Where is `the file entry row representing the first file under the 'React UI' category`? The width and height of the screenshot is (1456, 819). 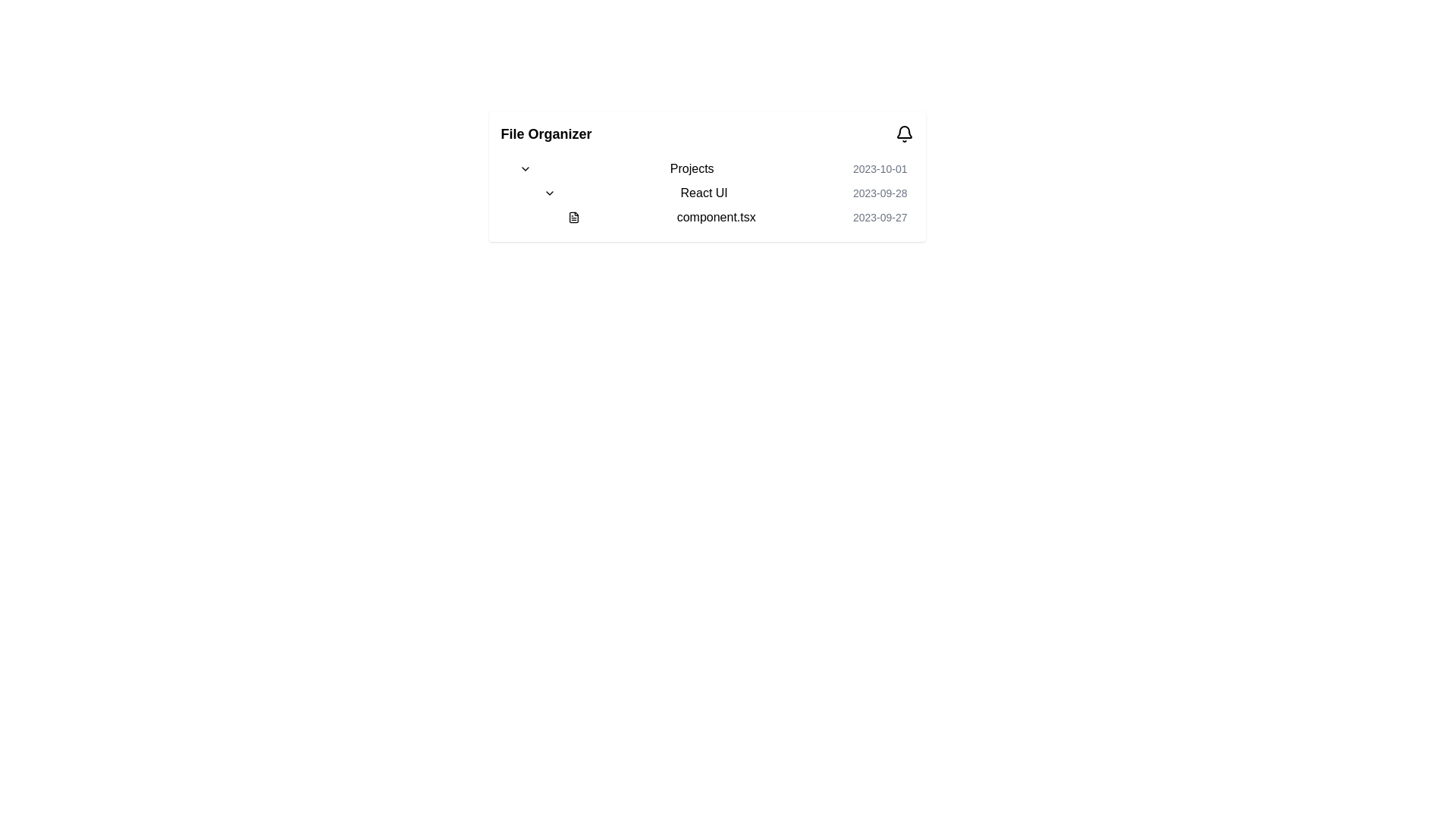
the file entry row representing the first file under the 'React UI' category is located at coordinates (737, 217).